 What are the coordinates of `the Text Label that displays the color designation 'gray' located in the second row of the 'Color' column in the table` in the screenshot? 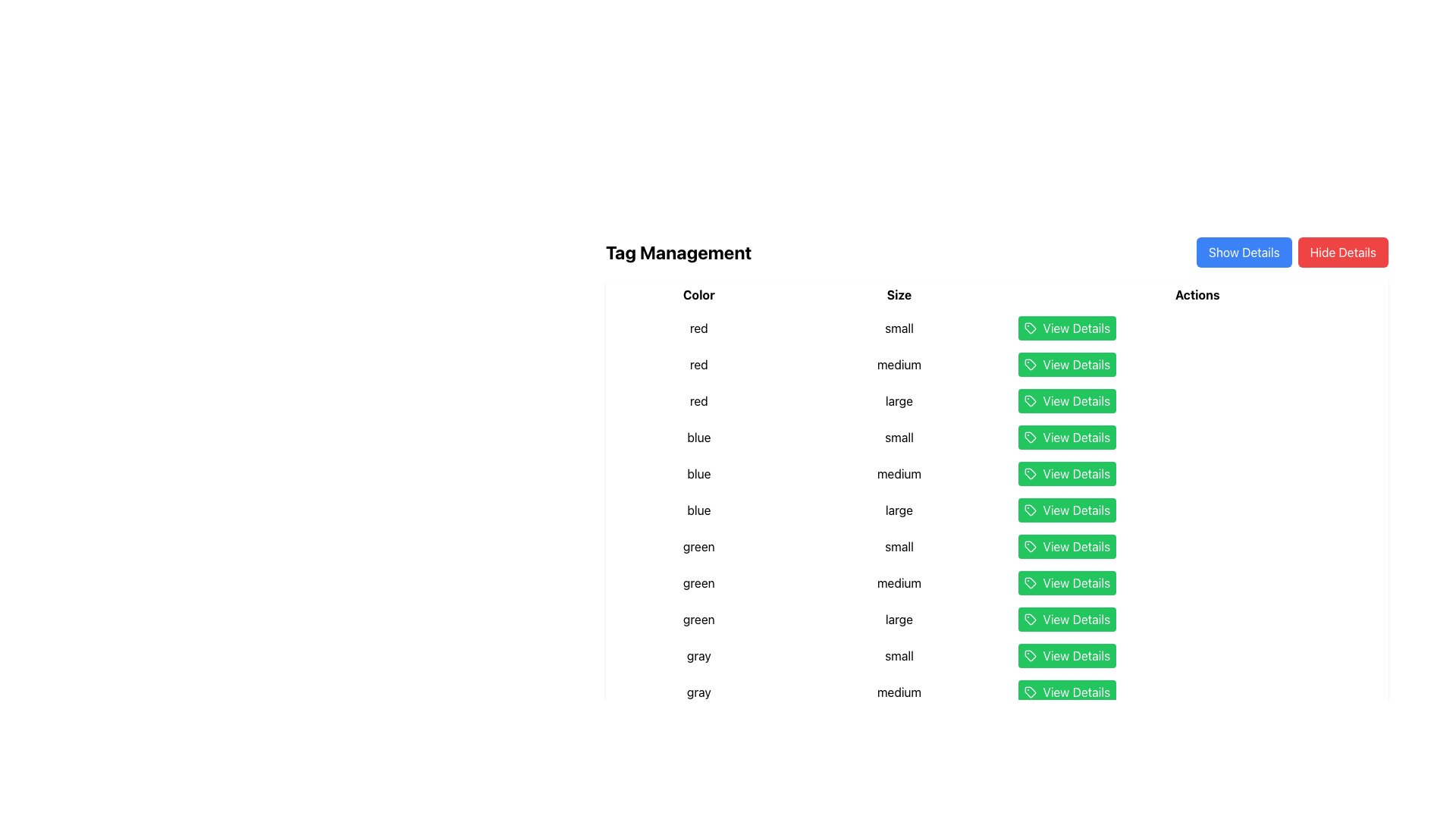 It's located at (698, 692).